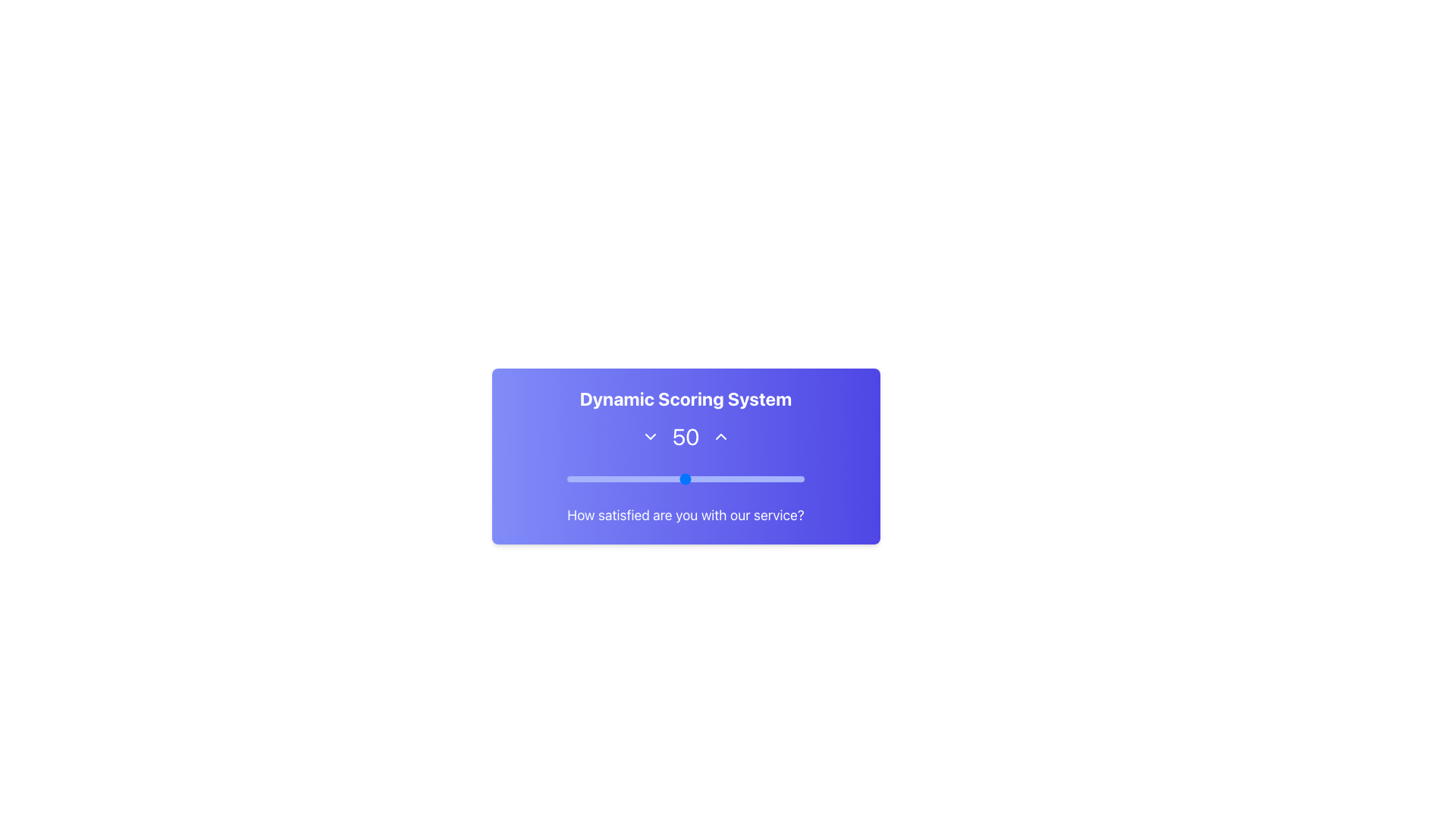 Image resolution: width=1456 pixels, height=819 pixels. I want to click on the slider, so click(660, 475).